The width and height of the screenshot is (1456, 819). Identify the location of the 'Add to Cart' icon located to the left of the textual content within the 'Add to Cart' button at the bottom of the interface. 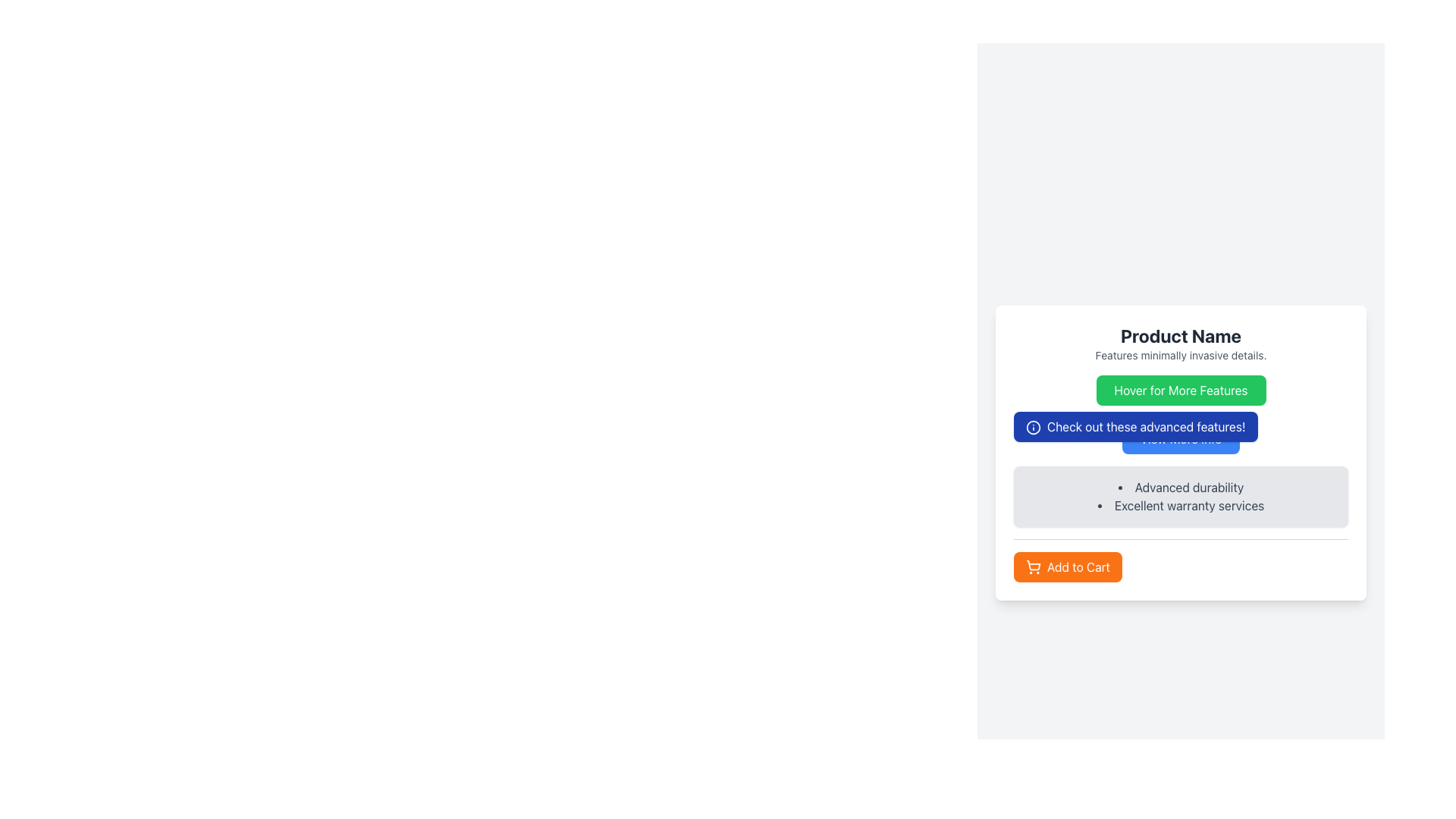
(1033, 566).